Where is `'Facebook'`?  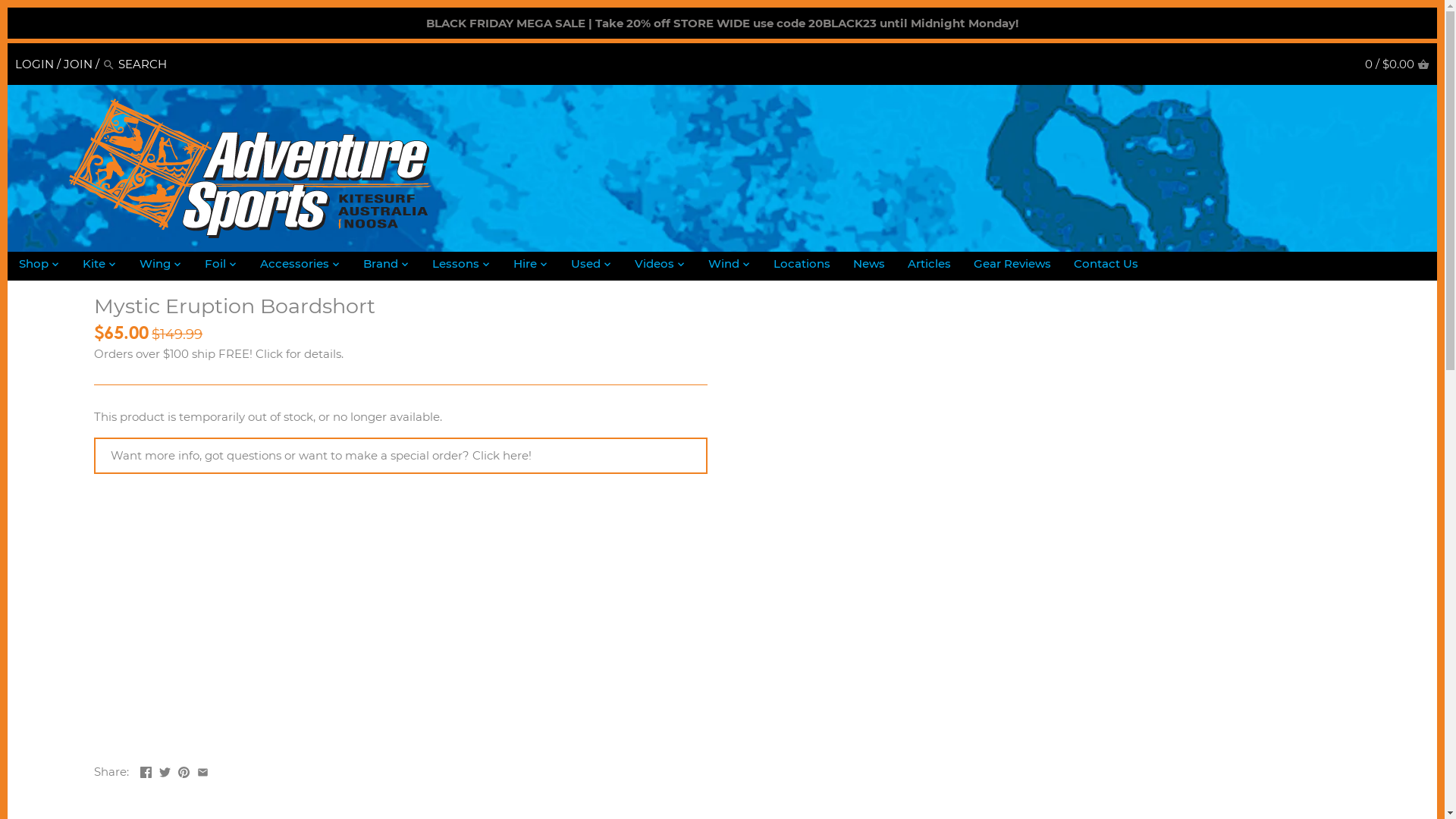 'Facebook' is located at coordinates (146, 770).